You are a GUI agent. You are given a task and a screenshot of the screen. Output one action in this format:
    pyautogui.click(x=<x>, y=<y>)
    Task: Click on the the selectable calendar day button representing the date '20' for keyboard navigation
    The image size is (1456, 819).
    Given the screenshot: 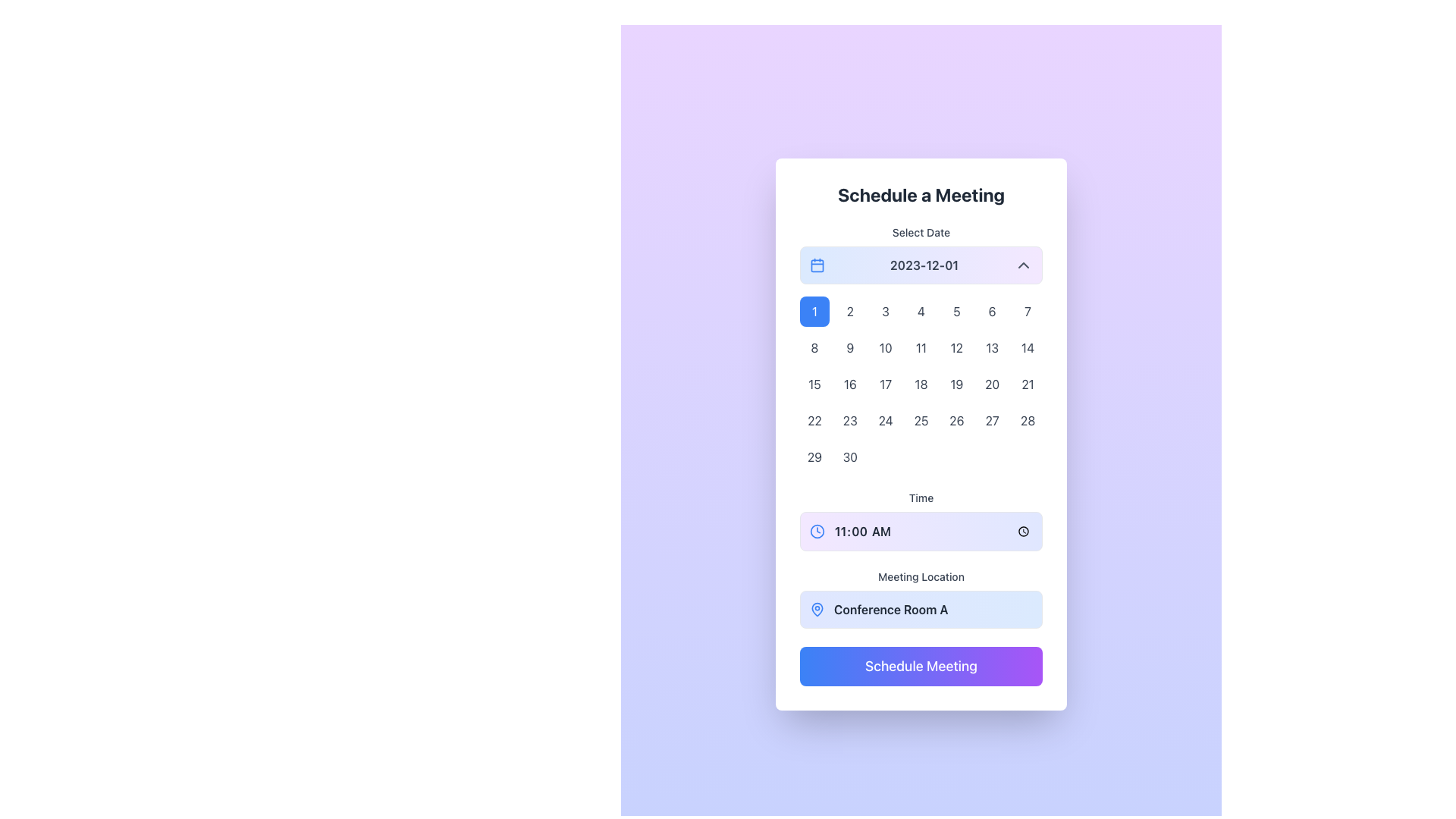 What is the action you would take?
    pyautogui.click(x=992, y=383)
    